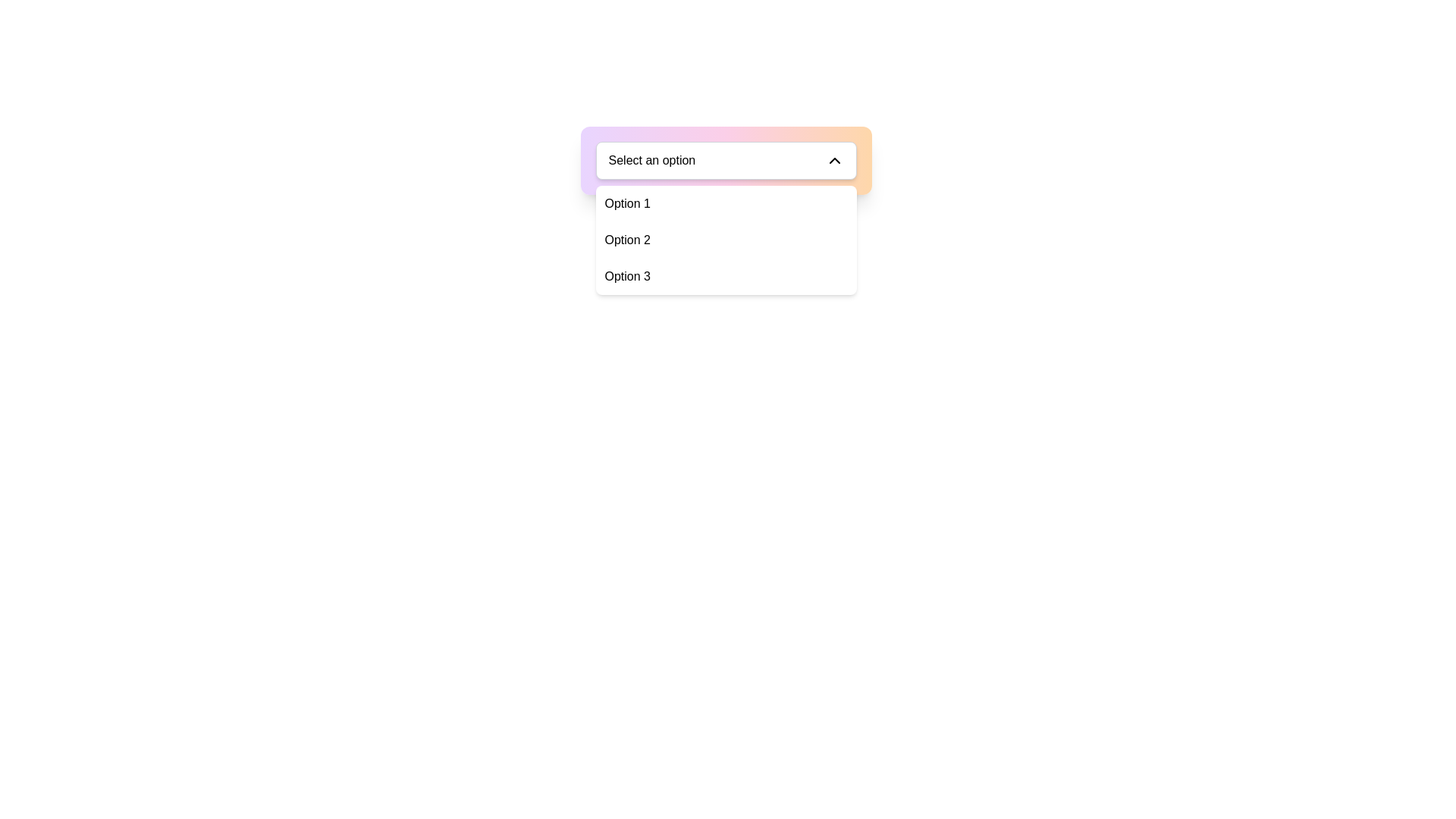  I want to click on the selectable list item 'Option 2', so click(725, 239).